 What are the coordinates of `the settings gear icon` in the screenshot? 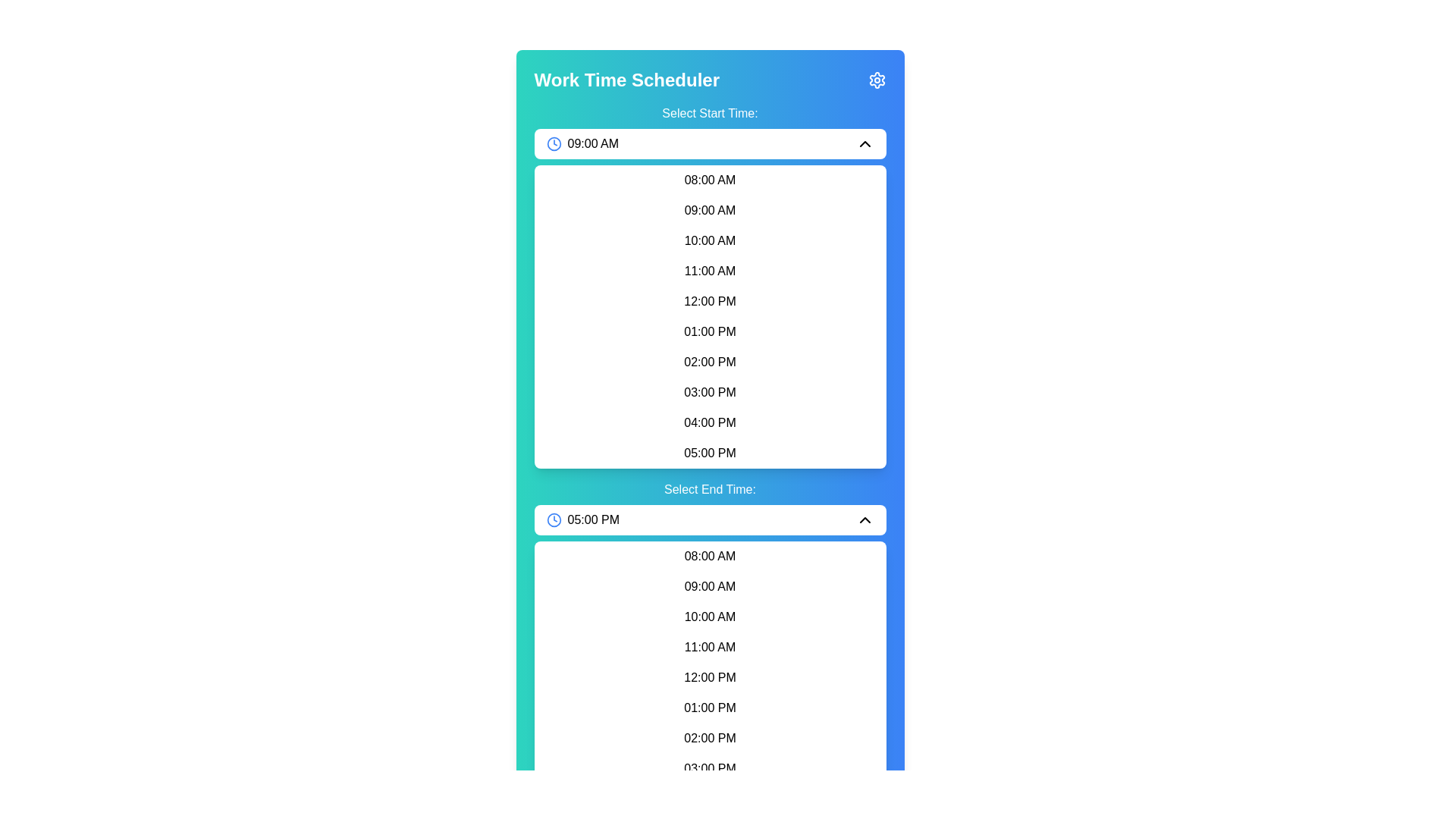 It's located at (877, 80).